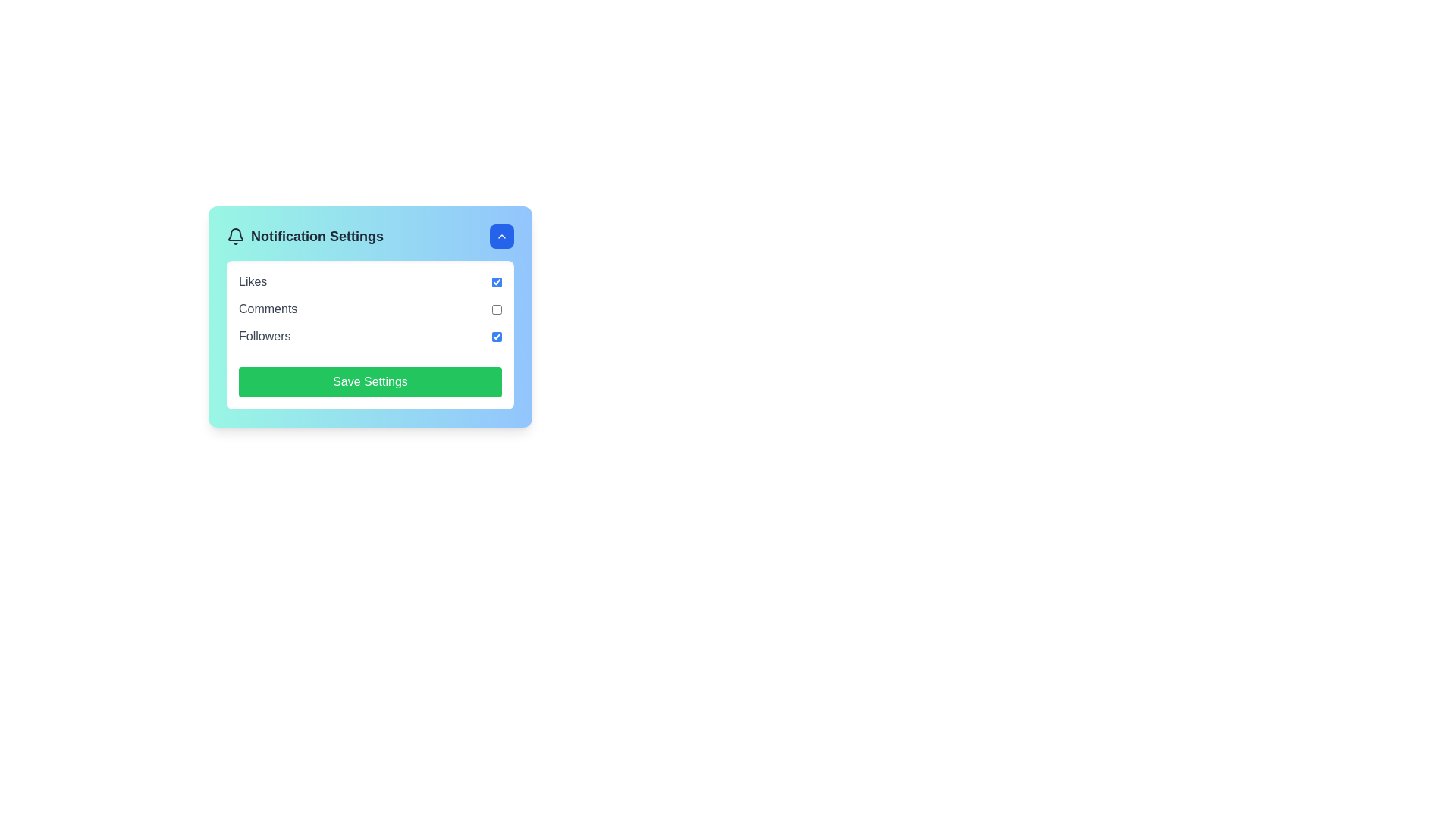 The width and height of the screenshot is (1456, 819). I want to click on the checkbox associated with the 'Followers' notification setting, so click(370, 335).